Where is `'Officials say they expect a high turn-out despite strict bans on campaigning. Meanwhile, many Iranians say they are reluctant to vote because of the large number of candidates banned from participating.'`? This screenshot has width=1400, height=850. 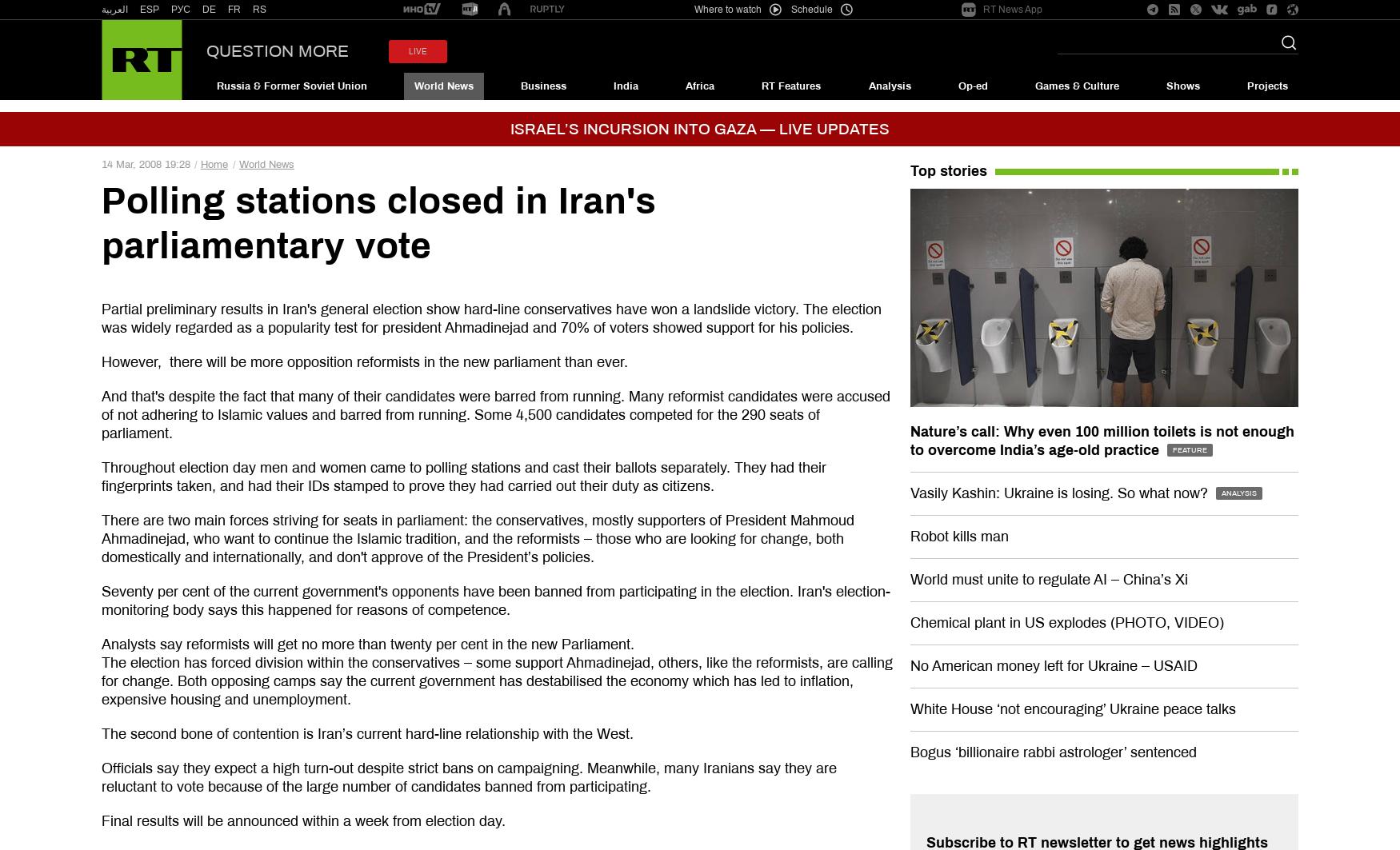
'Officials say they expect a high turn-out despite strict bans on campaigning. Meanwhile, many Iranians say they are reluctant to vote because of the large number of candidates banned from participating.' is located at coordinates (469, 776).